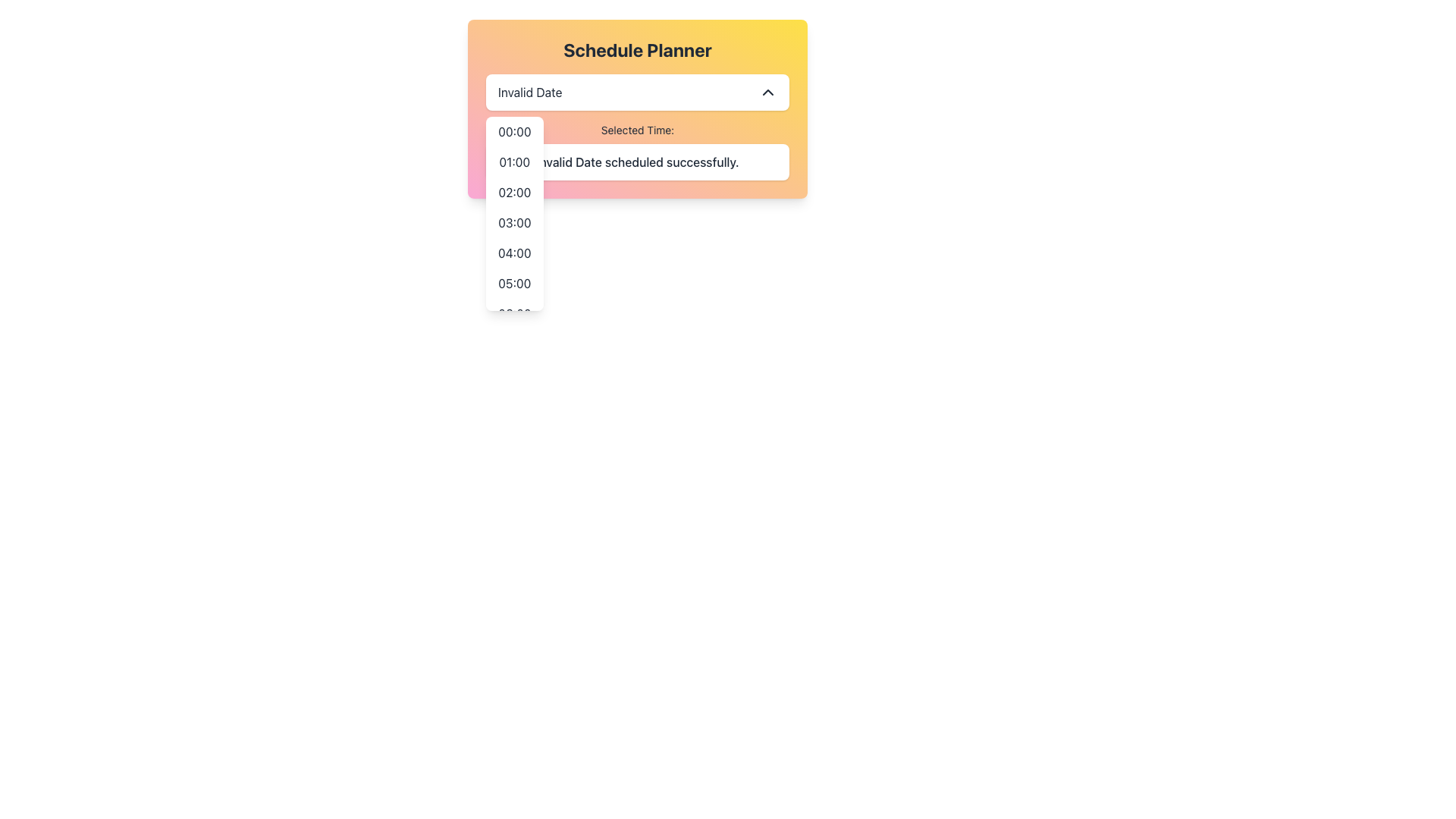 The height and width of the screenshot is (819, 1456). Describe the element at coordinates (637, 49) in the screenshot. I see `the bold, large title text 'Schedule Planner' which is positioned at the top of the card-like structure with a gradient background` at that location.